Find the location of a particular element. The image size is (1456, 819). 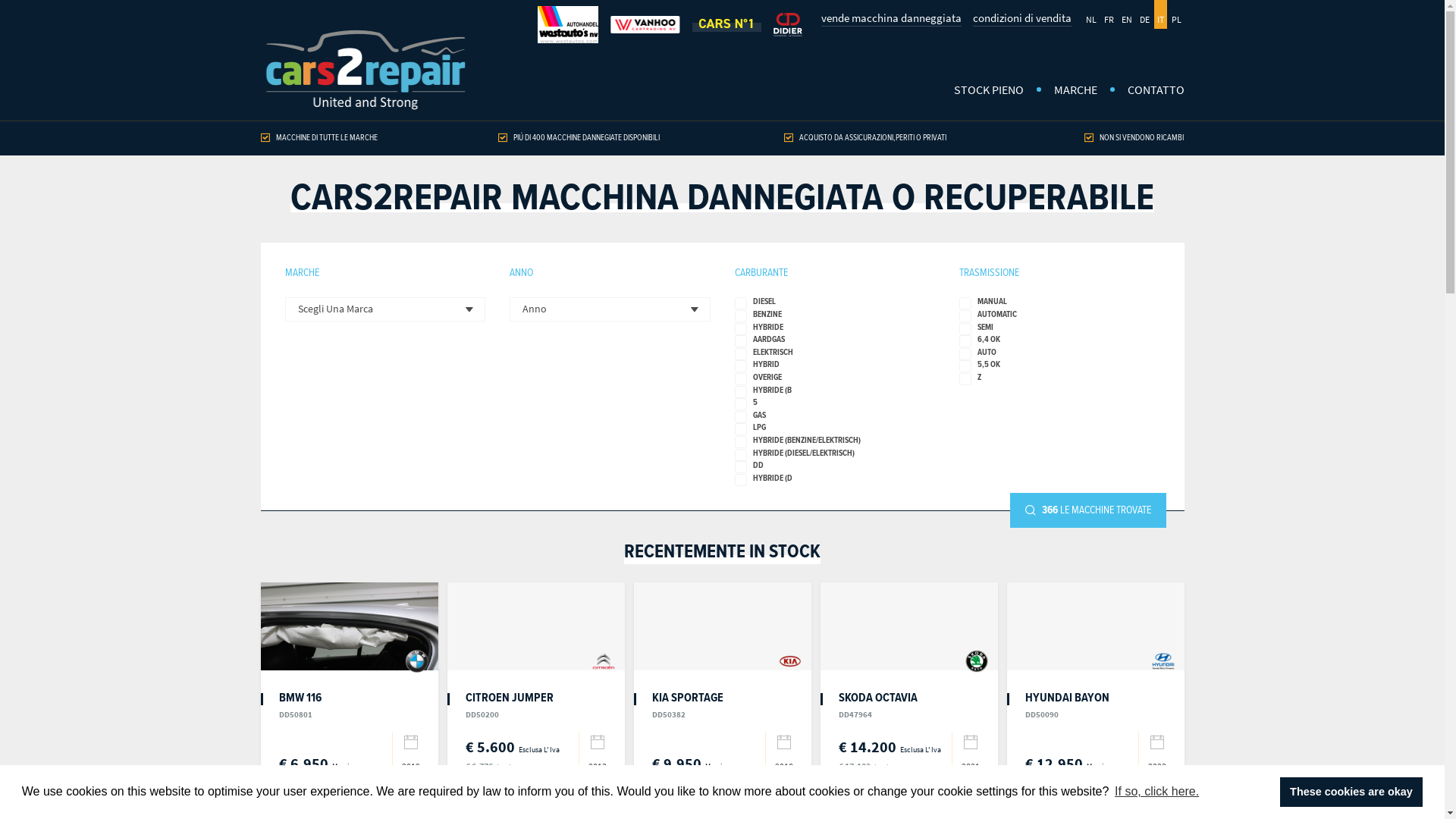

'FR' is located at coordinates (1109, 14).